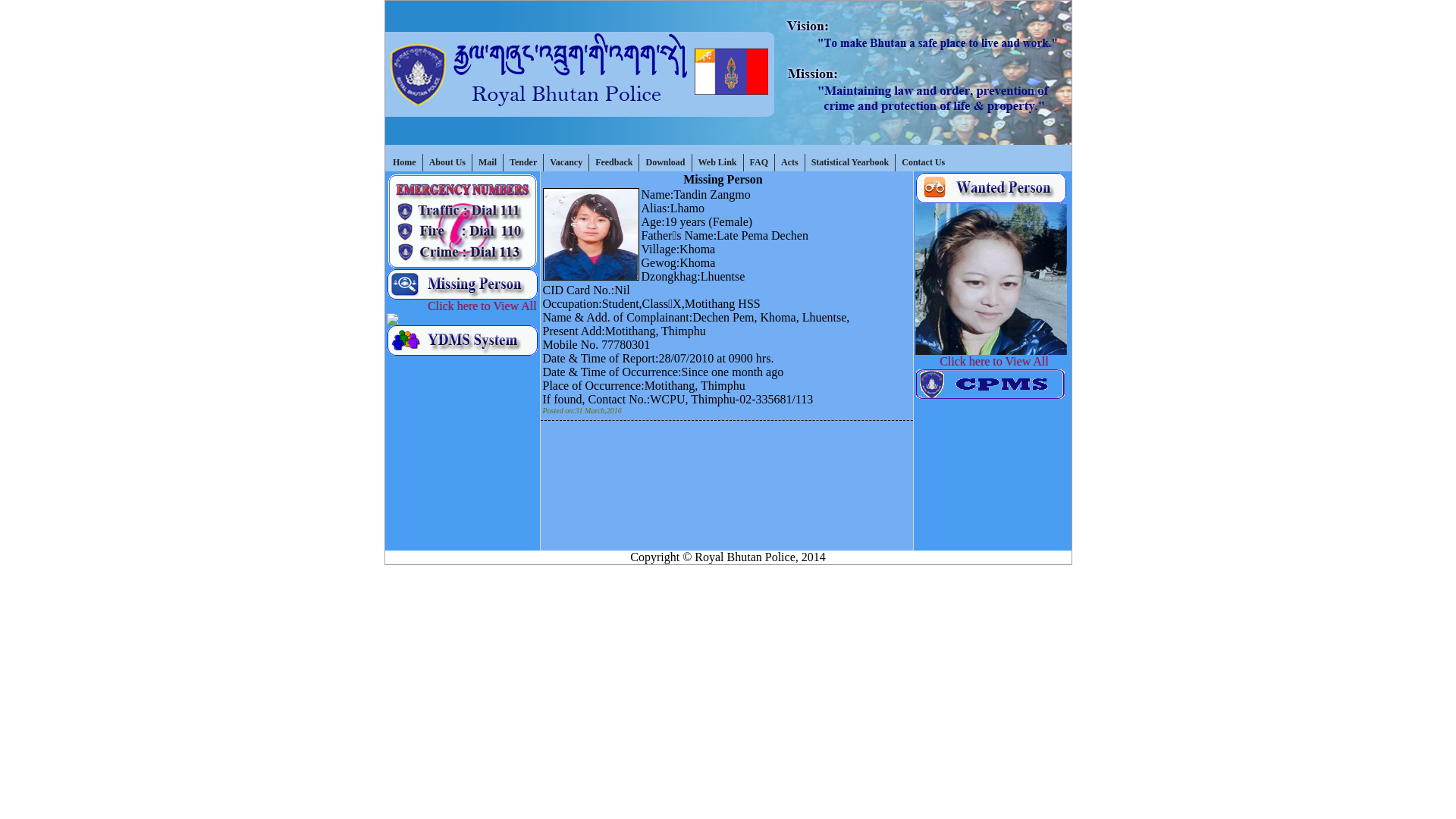 The image size is (1456, 819). What do you see at coordinates (922, 162) in the screenshot?
I see `'Contact Us'` at bounding box center [922, 162].